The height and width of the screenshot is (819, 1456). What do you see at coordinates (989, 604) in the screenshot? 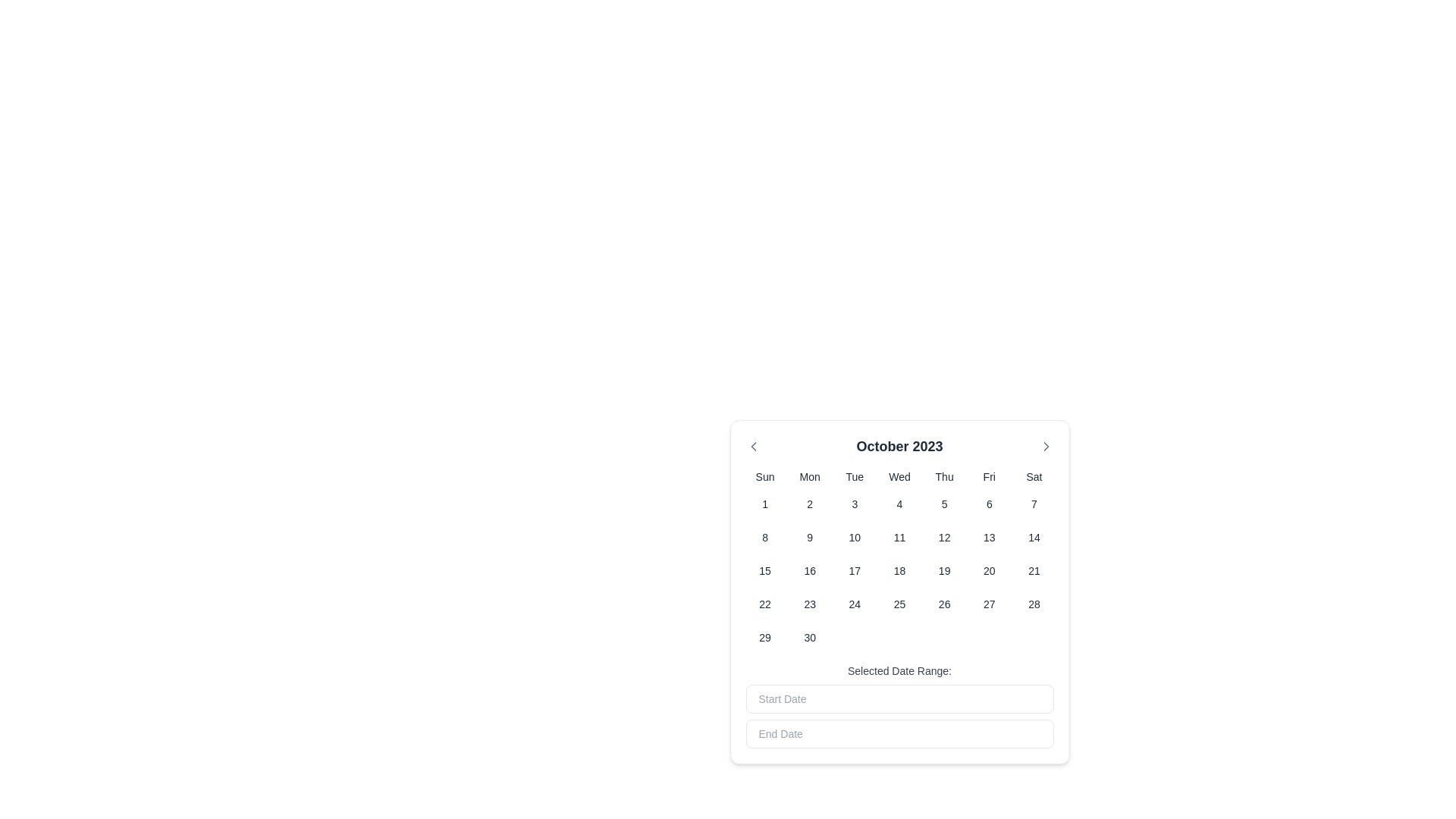
I see `the selectable day button for '27th' in the calendar, located in the last row of the sixth column (Friday)` at bounding box center [989, 604].